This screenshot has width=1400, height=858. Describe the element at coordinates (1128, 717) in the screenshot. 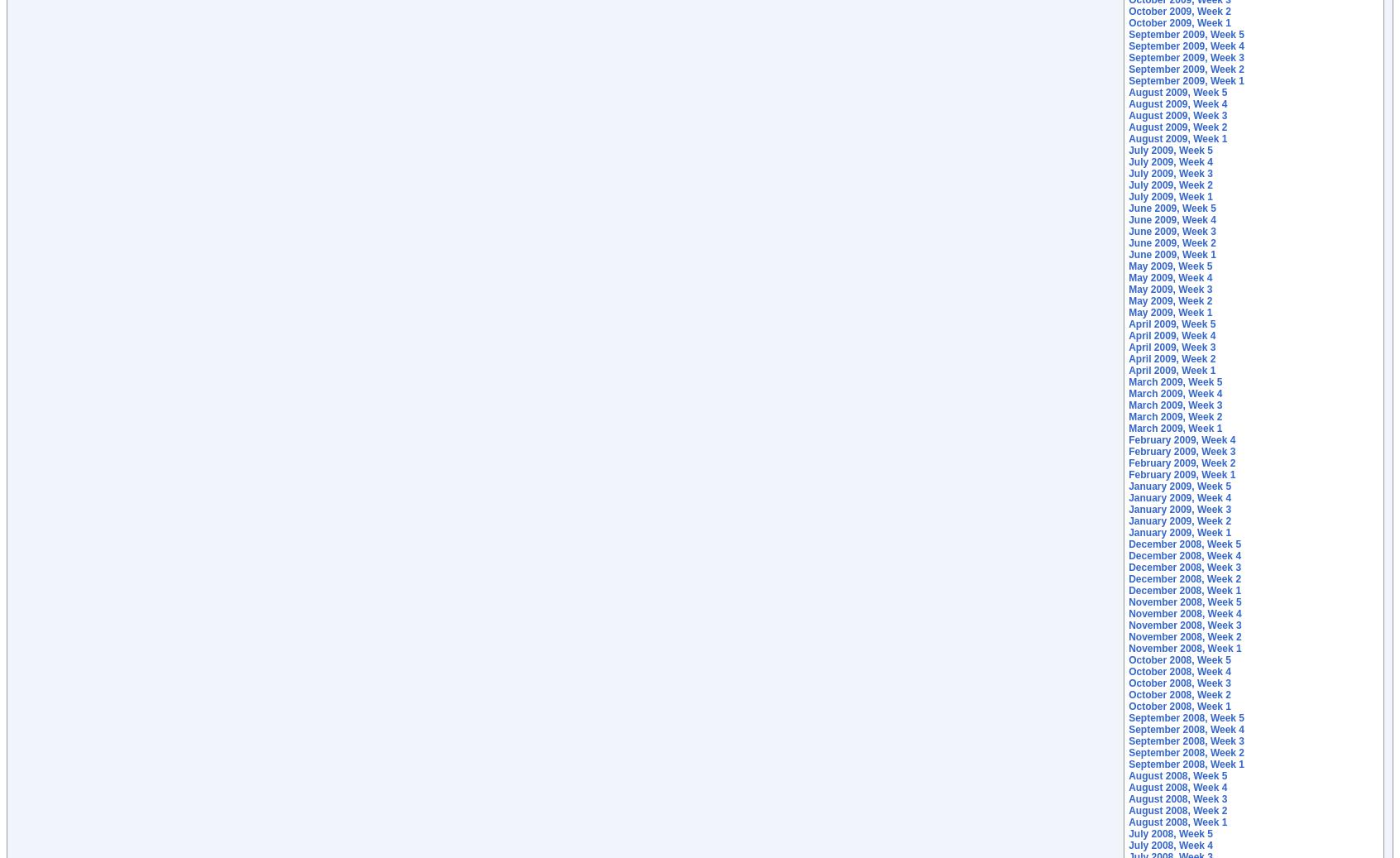

I see `'September 2008, Week 5'` at that location.